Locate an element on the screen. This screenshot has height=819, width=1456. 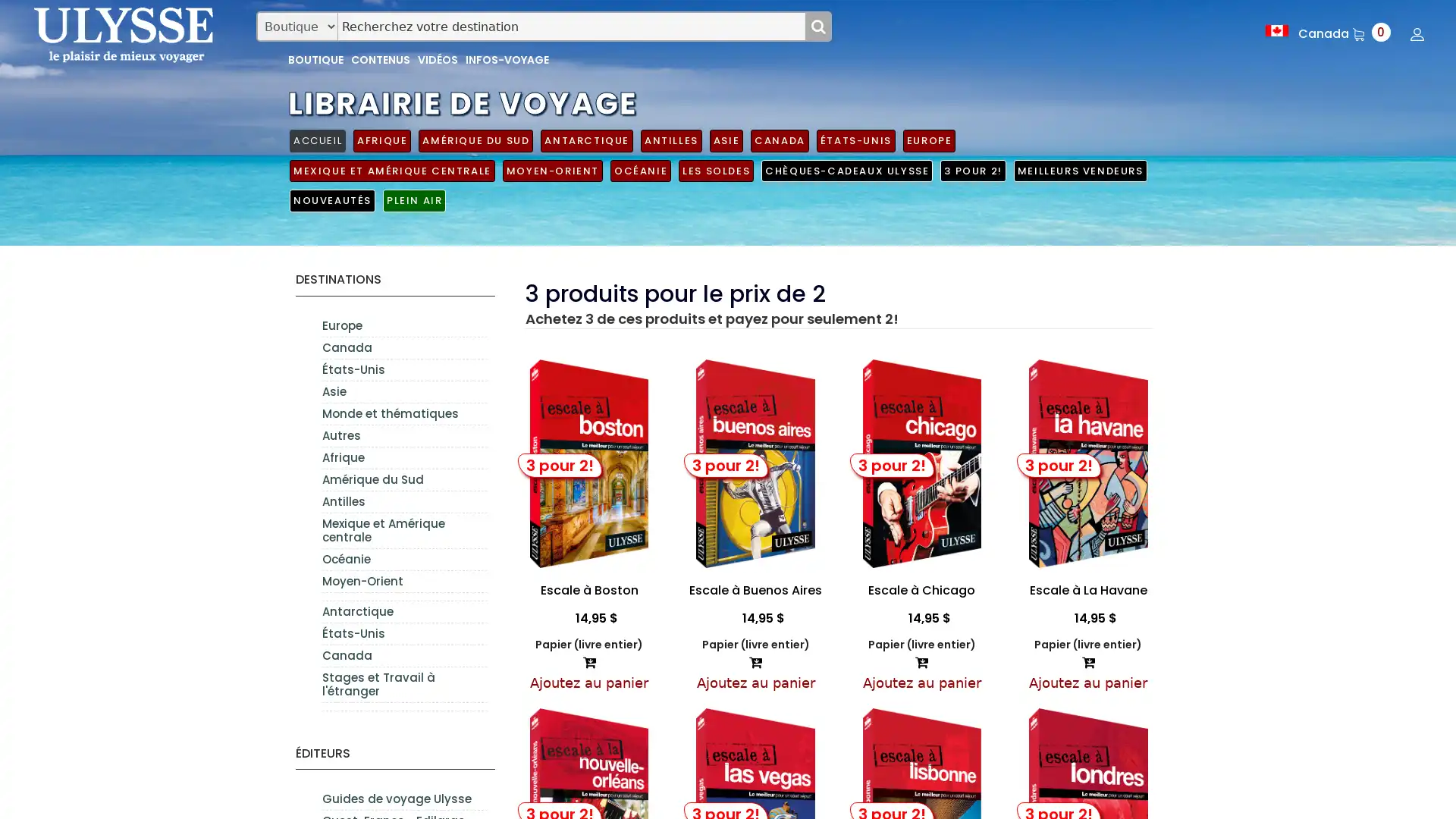
MOYEN-ORIENT is located at coordinates (551, 170).